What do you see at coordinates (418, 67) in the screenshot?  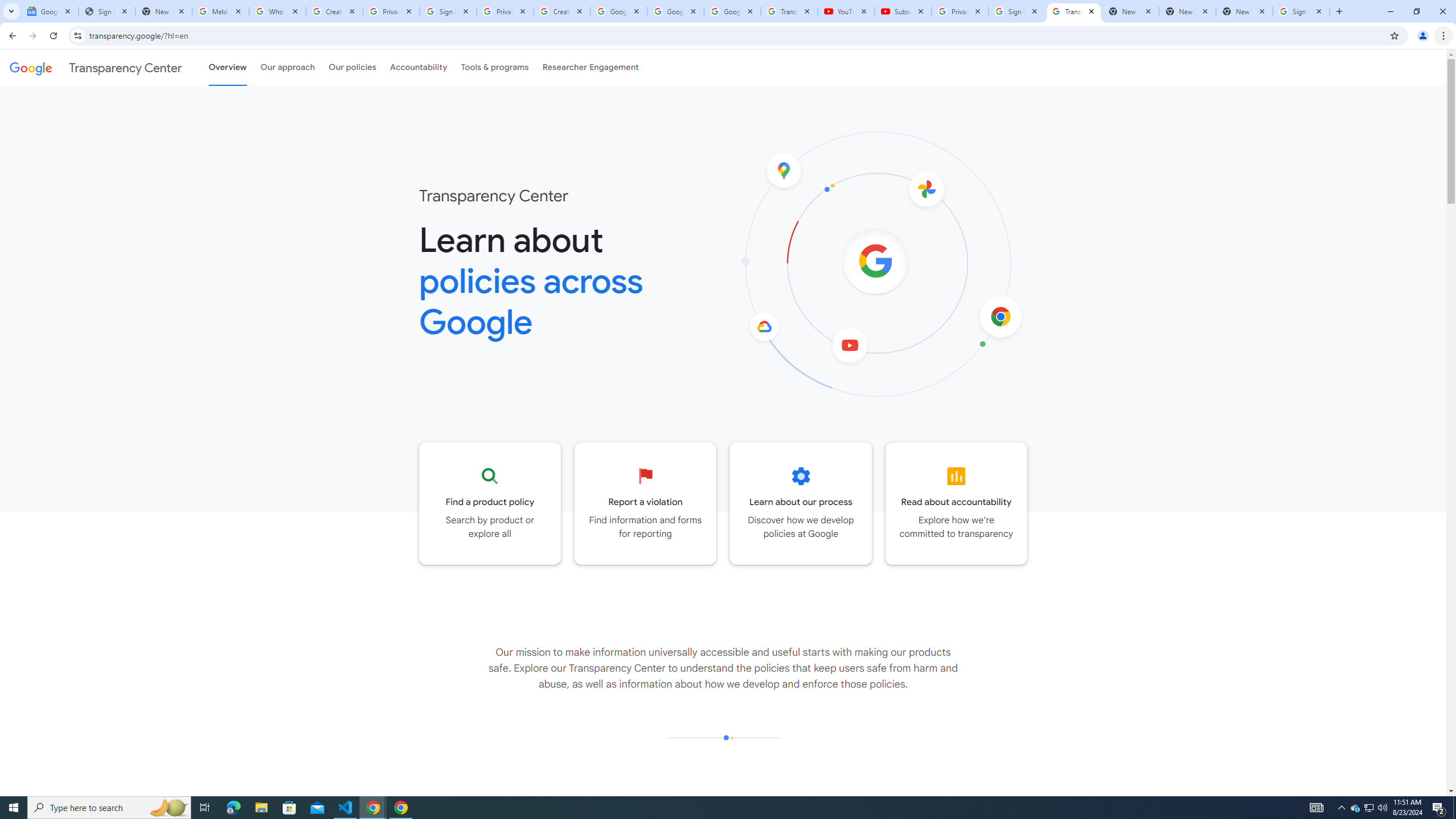 I see `'Accountability'` at bounding box center [418, 67].